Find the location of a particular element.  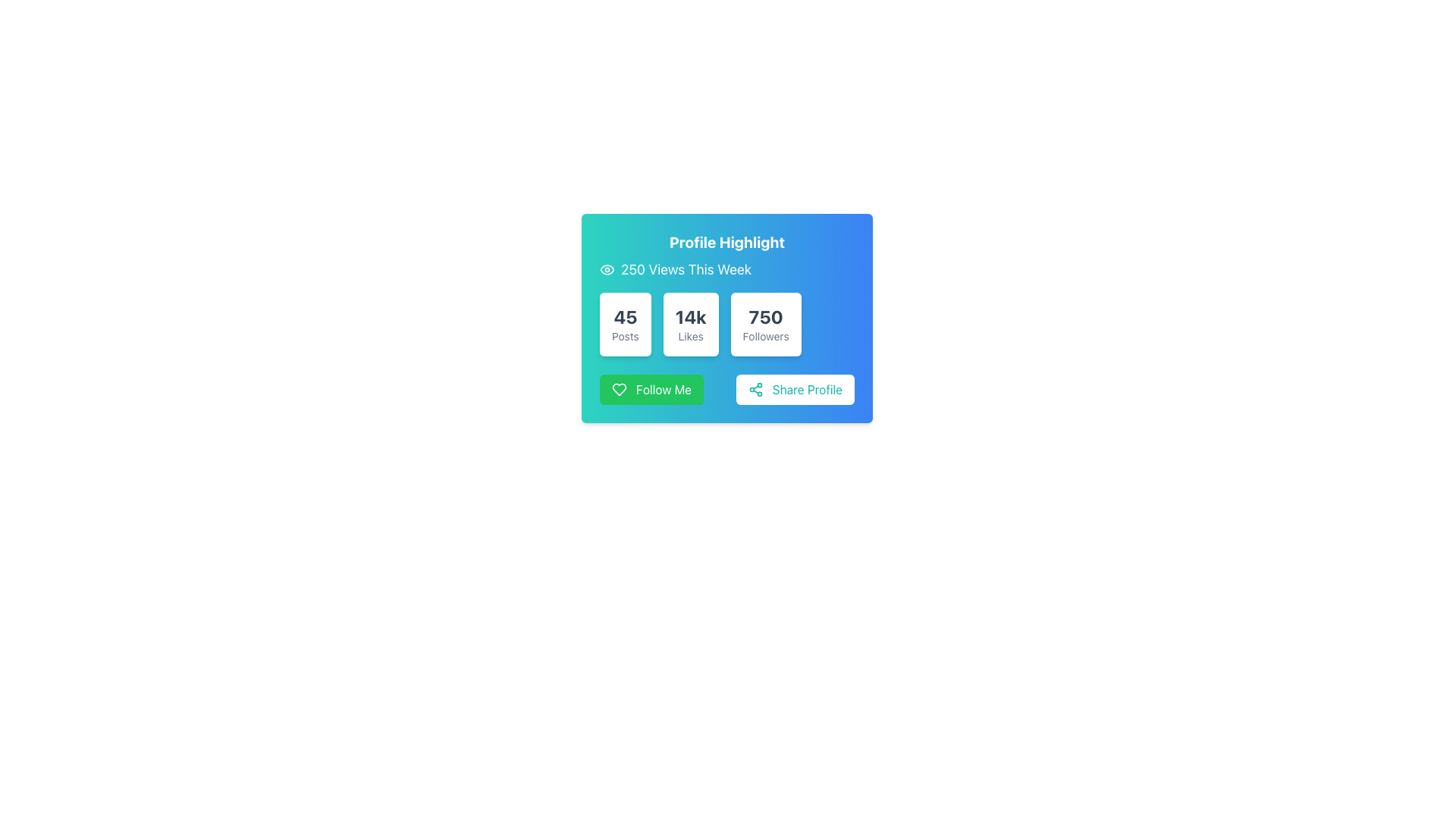

the heart-shaped icon that represents the action of liking or favoriting content, located near the left side of the 'Follow Me' button is located at coordinates (619, 388).